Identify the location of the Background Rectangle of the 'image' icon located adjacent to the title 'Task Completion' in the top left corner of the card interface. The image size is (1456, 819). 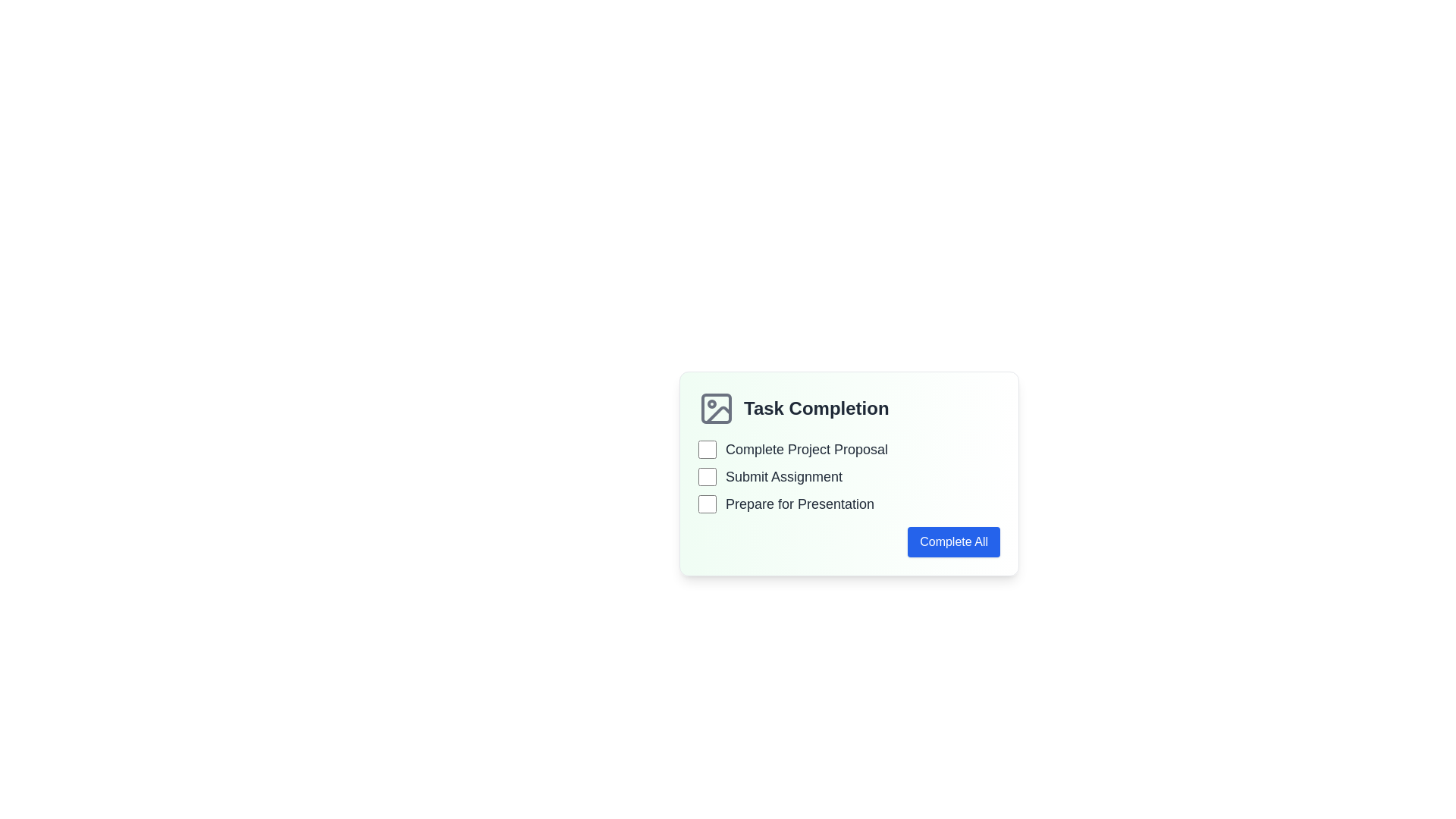
(716, 408).